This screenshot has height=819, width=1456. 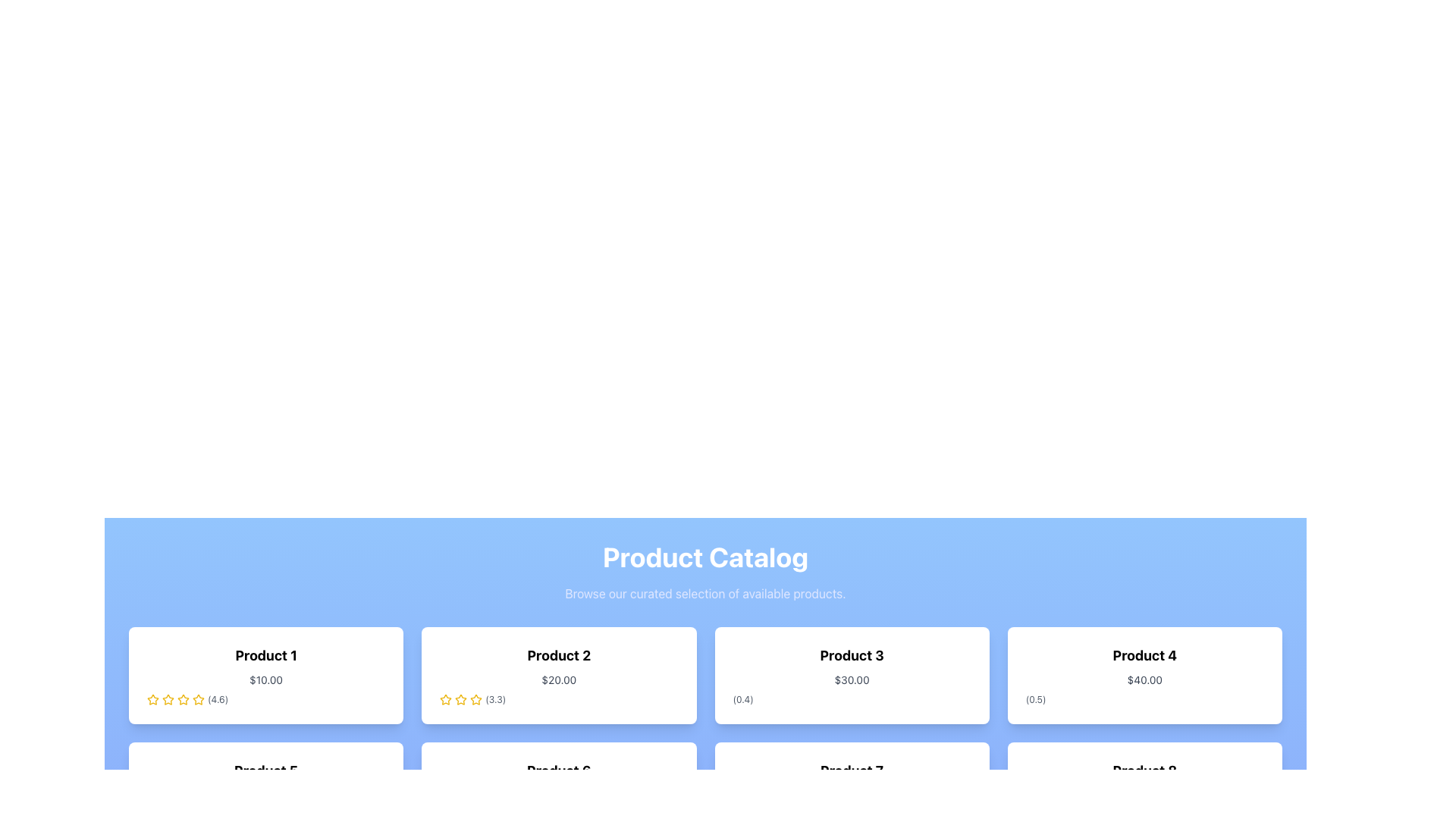 I want to click on the first star icon in the rating section under 'Product 1' to assign a rating, so click(x=182, y=699).